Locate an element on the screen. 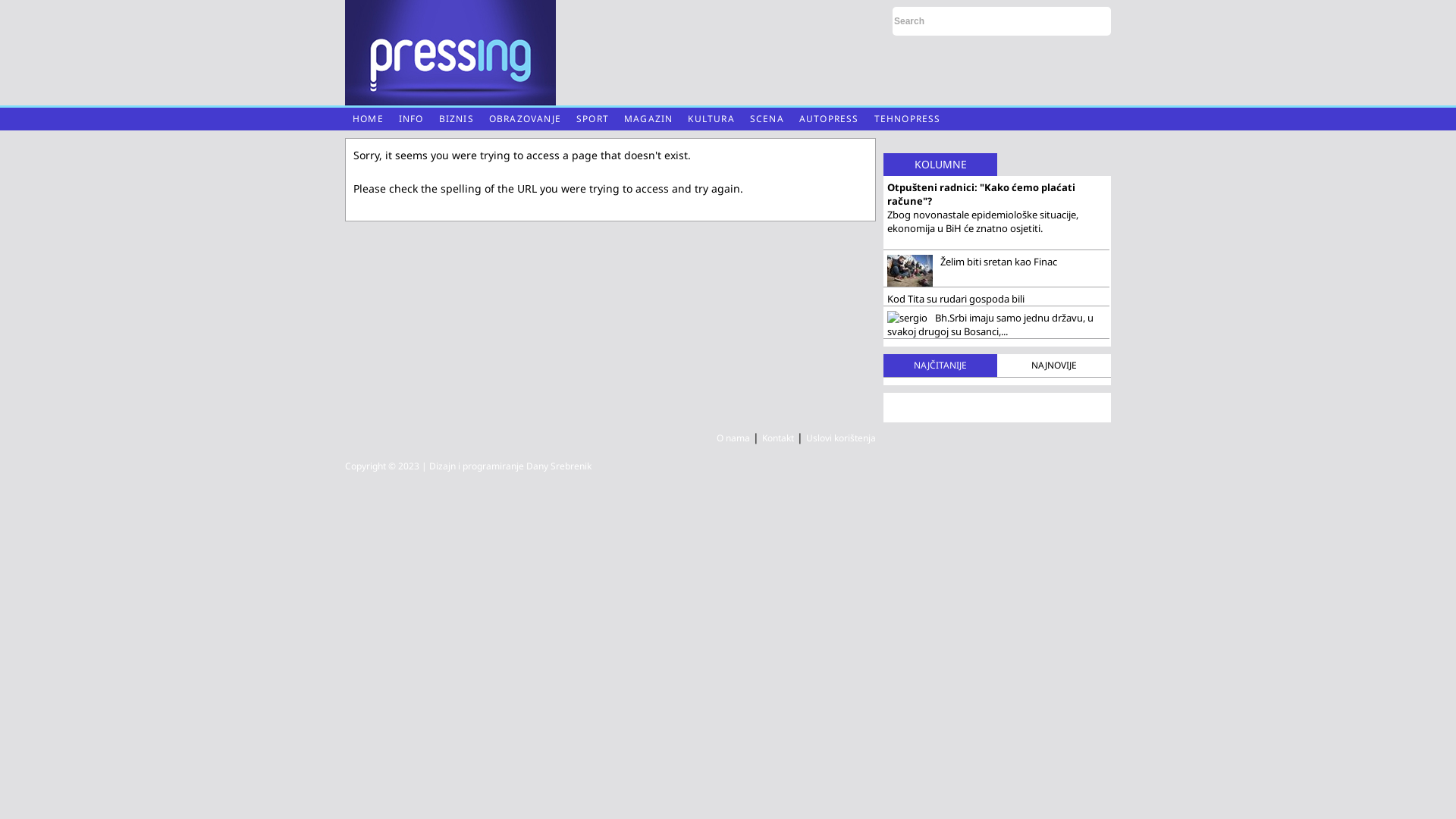  'TEHNOPRESS' is located at coordinates (907, 118).